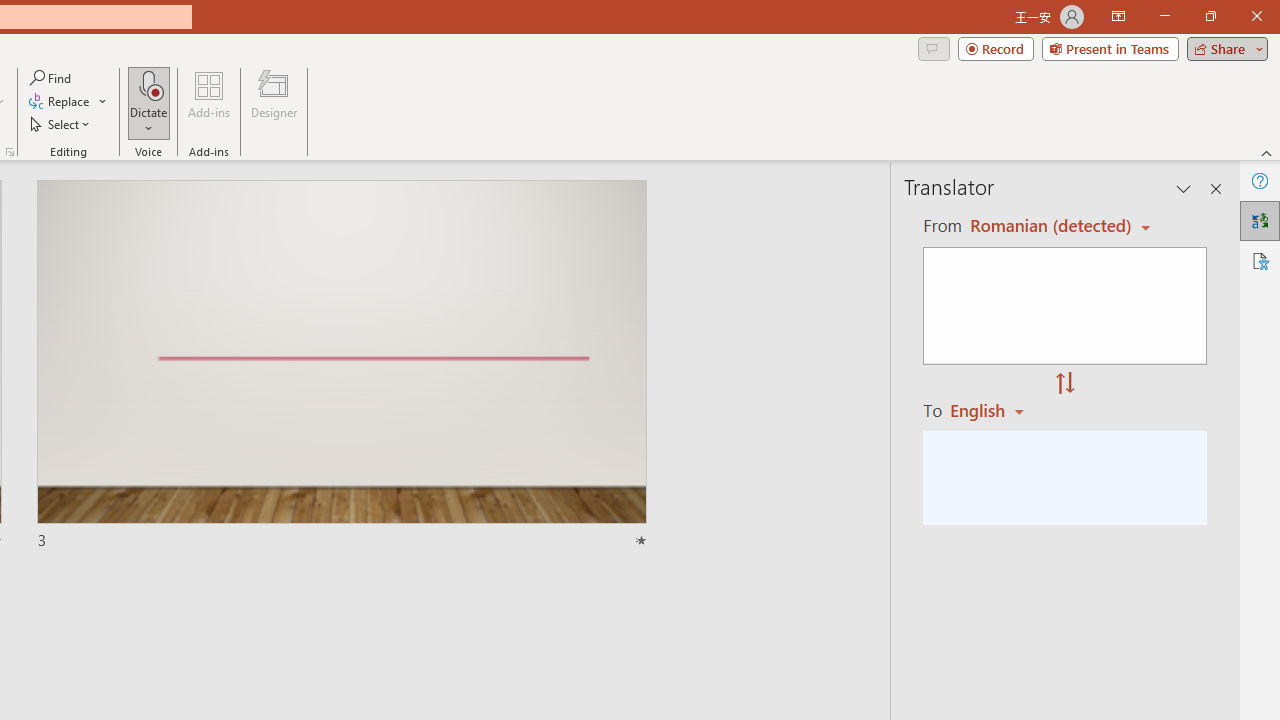  What do you see at coordinates (1064, 384) in the screenshot?
I see `'Swap "from" and "to" languages.'` at bounding box center [1064, 384].